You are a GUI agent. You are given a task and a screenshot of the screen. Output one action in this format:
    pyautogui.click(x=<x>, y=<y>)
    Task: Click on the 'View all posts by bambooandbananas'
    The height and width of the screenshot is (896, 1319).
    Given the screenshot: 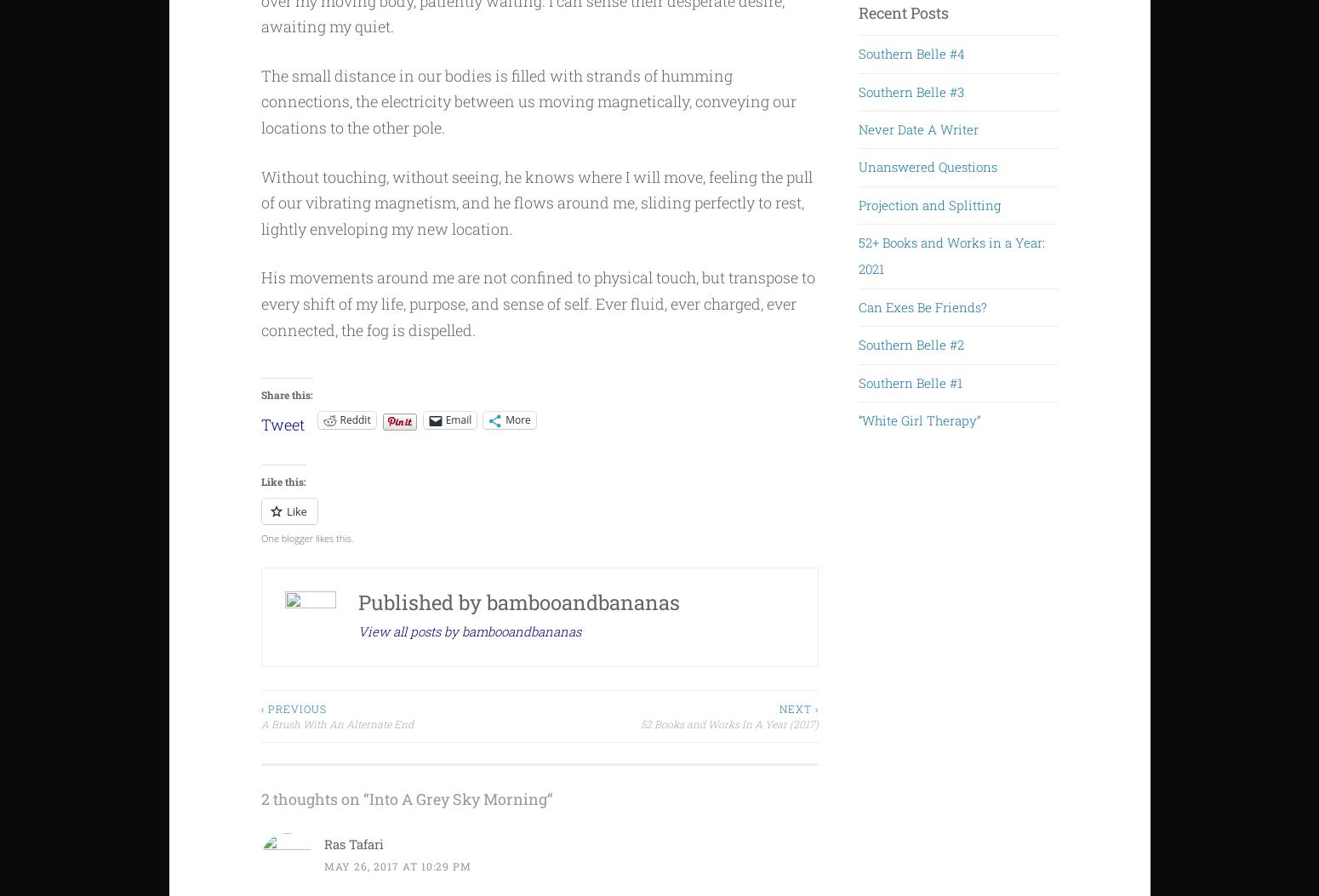 What is the action you would take?
    pyautogui.click(x=357, y=629)
    